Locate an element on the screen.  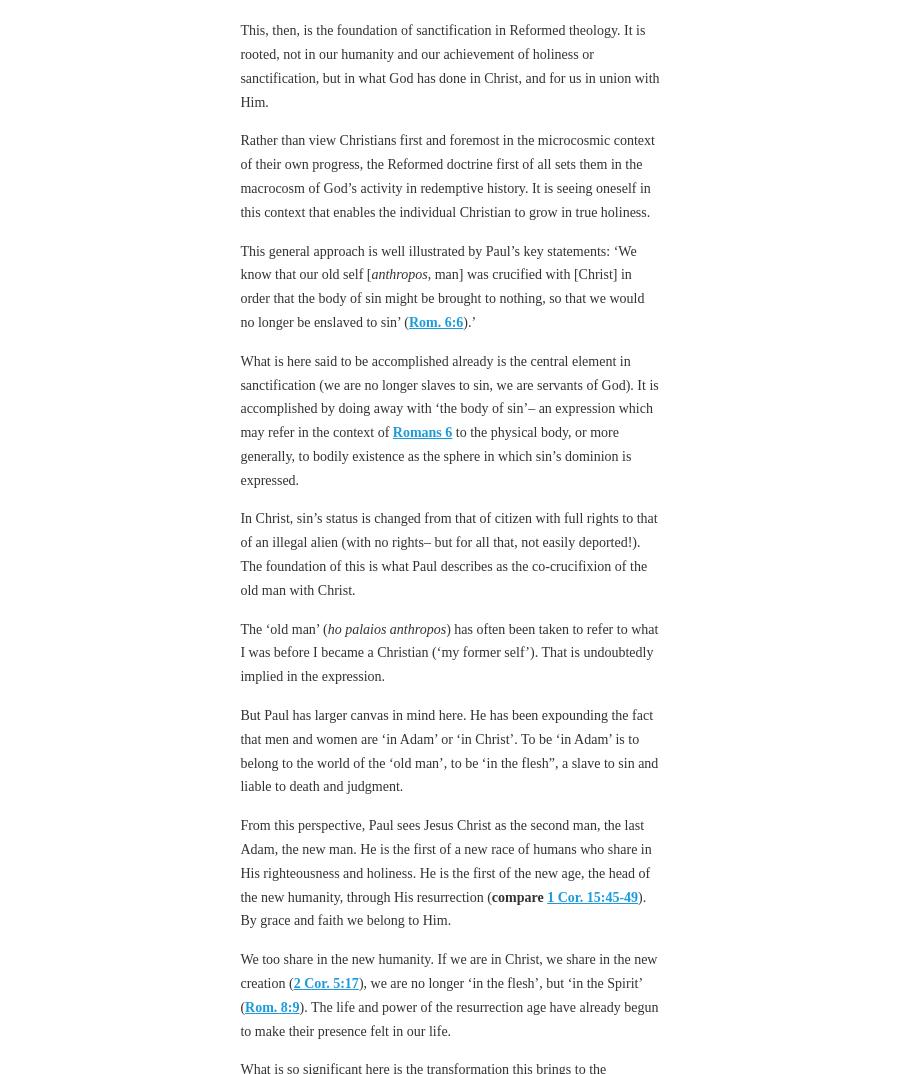
'2 Cor. 5:17' is located at coordinates (292, 982).